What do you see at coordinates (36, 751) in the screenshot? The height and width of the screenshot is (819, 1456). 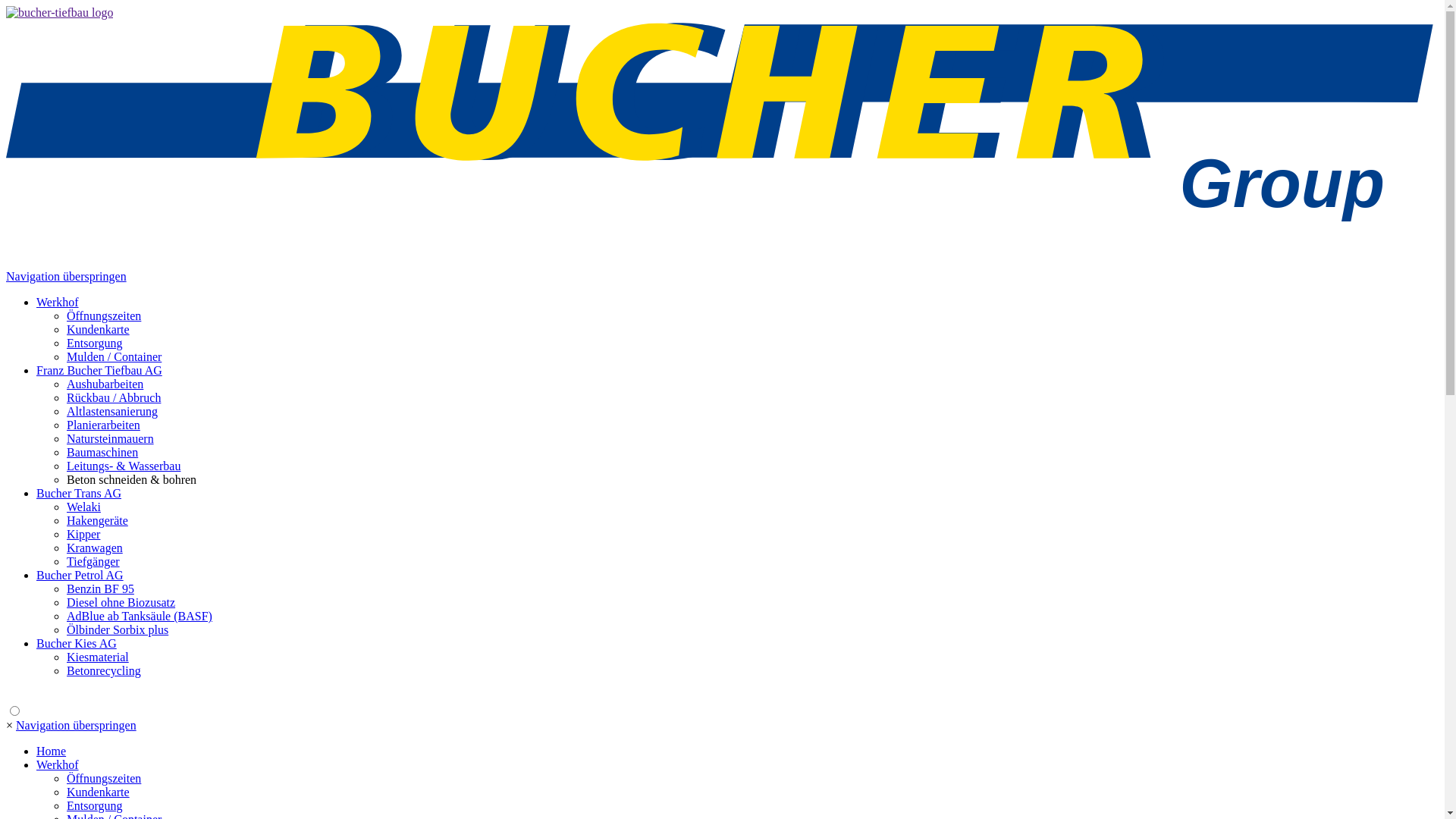 I see `'Home'` at bounding box center [36, 751].